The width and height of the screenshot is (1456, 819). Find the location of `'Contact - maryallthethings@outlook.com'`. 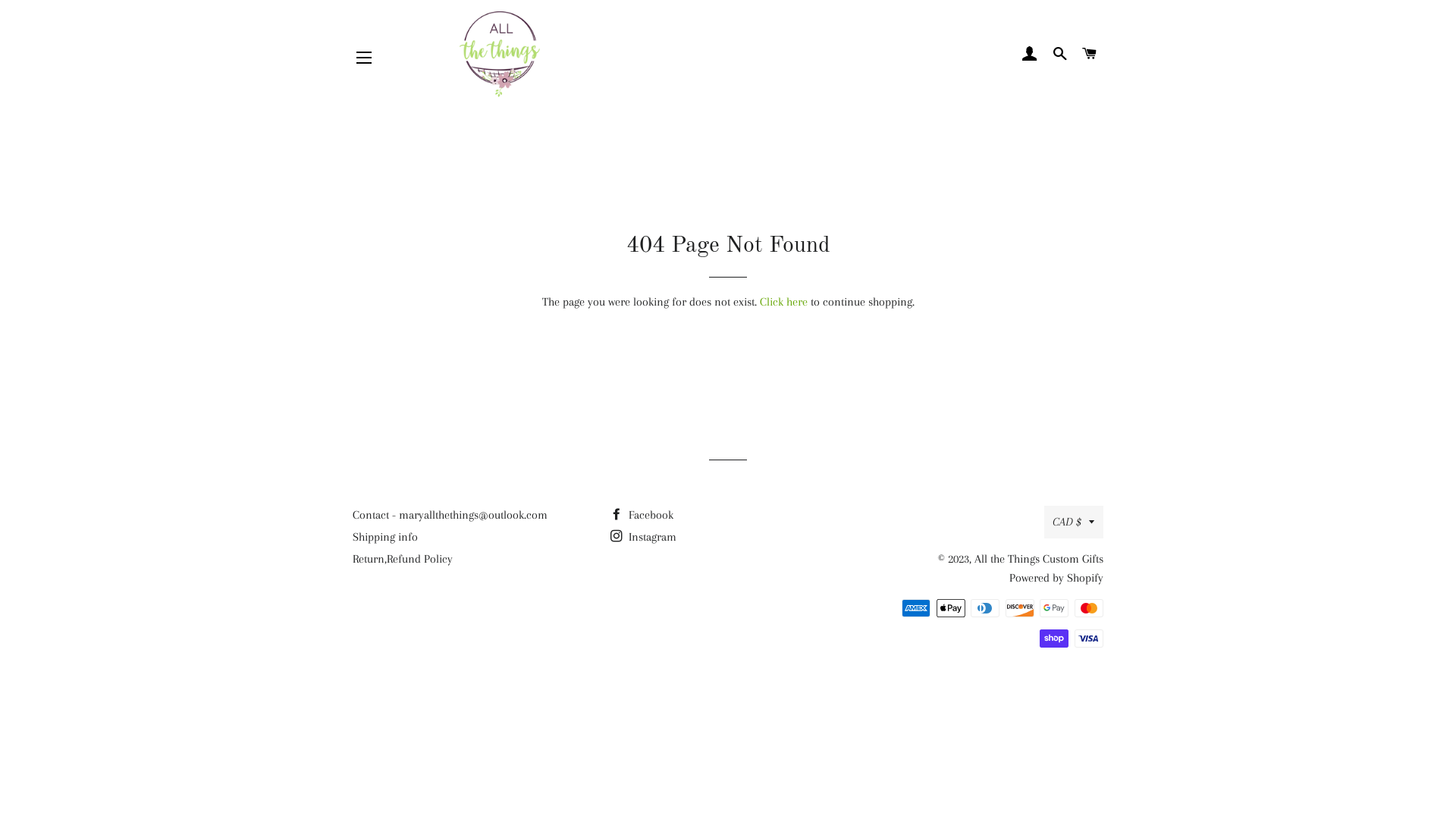

'Contact - maryallthethings@outlook.com' is located at coordinates (449, 513).